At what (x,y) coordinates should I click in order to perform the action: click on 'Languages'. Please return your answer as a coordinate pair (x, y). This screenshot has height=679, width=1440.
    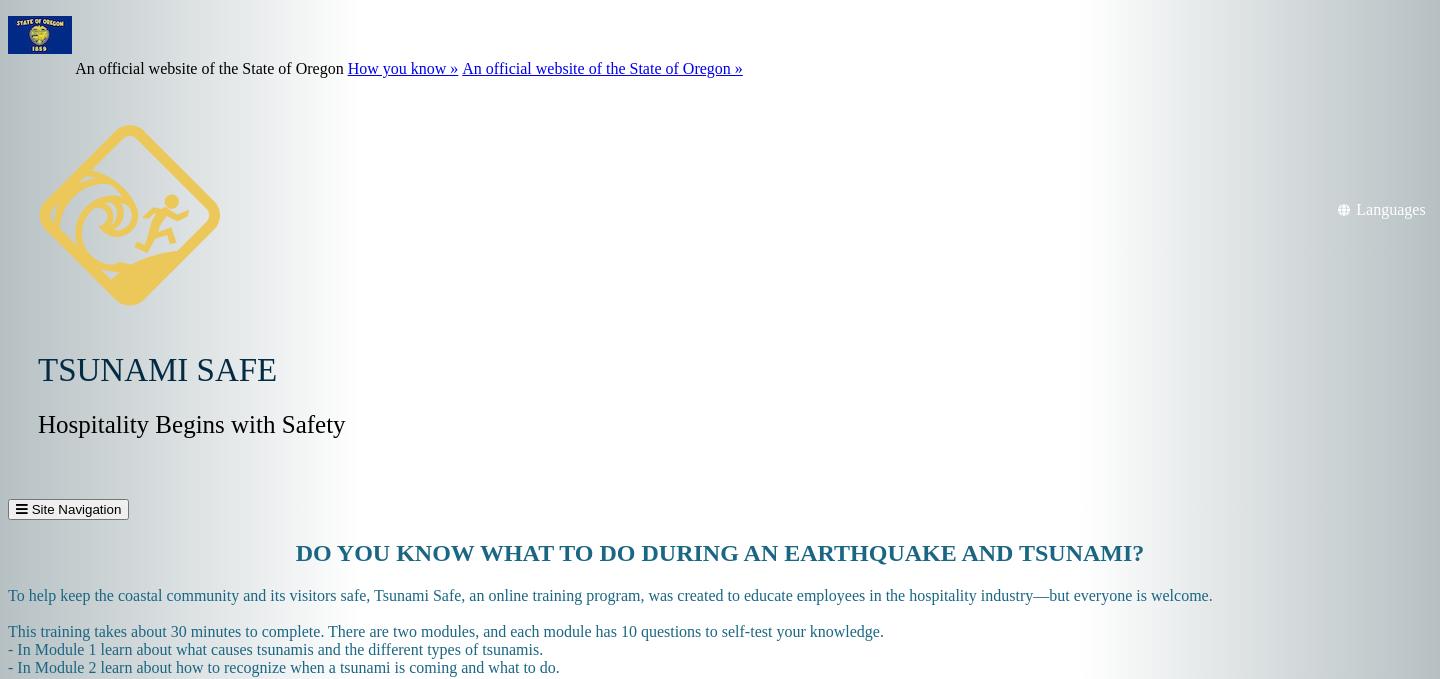
    Looking at the image, I should click on (1390, 208).